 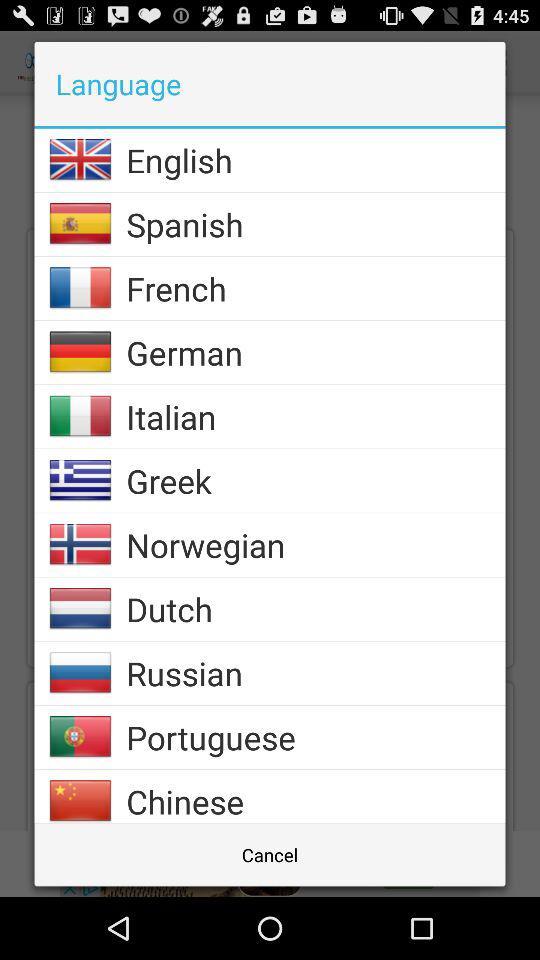 What do you see at coordinates (315, 159) in the screenshot?
I see `the english item` at bounding box center [315, 159].